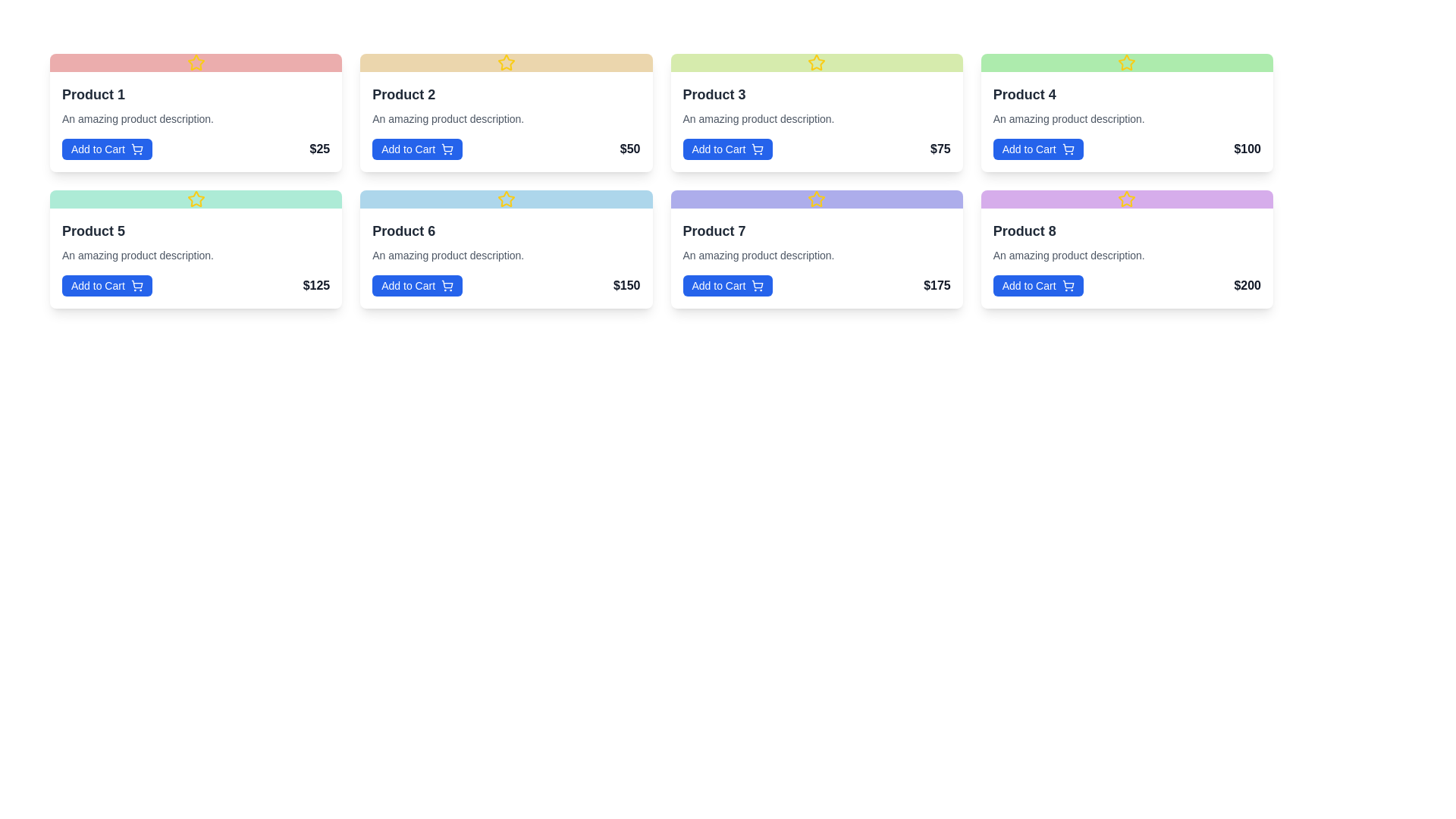  Describe the element at coordinates (1037, 286) in the screenshot. I see `the 'Add to Cart' button located at the bottom of the 'Product 8' card, which is horizontally centered beneath the description text and beside the price ($200)` at that location.